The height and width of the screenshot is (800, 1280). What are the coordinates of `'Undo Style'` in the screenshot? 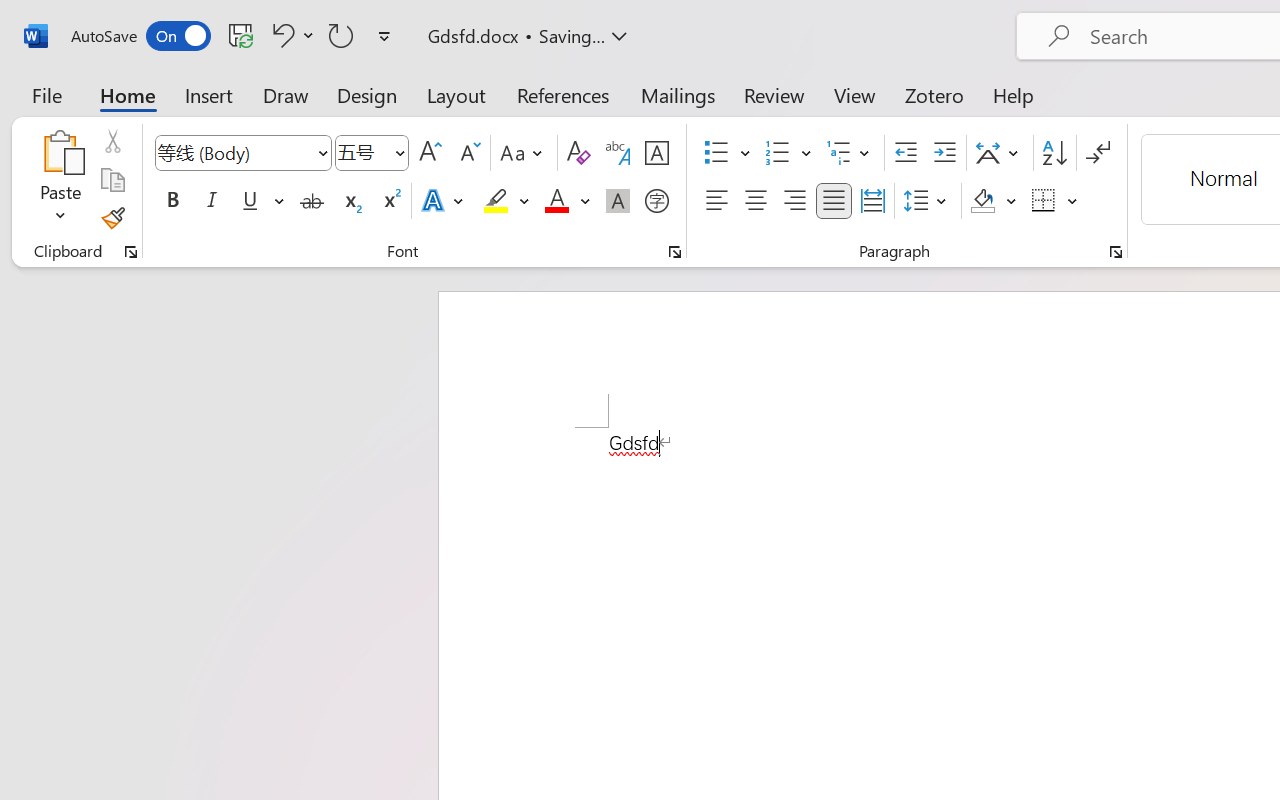 It's located at (279, 34).